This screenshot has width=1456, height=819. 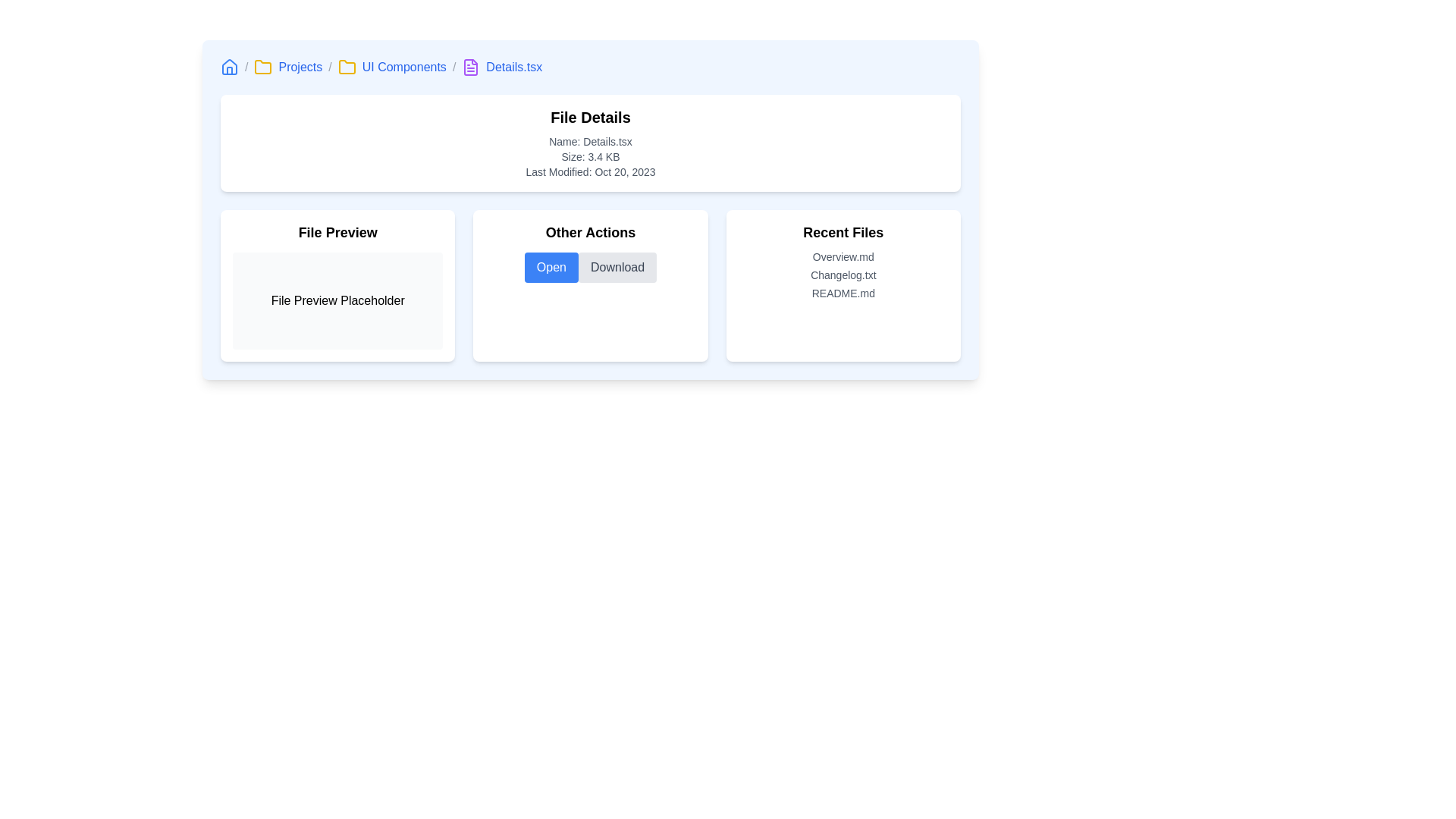 What do you see at coordinates (617, 267) in the screenshot?
I see `the 'Download' button` at bounding box center [617, 267].